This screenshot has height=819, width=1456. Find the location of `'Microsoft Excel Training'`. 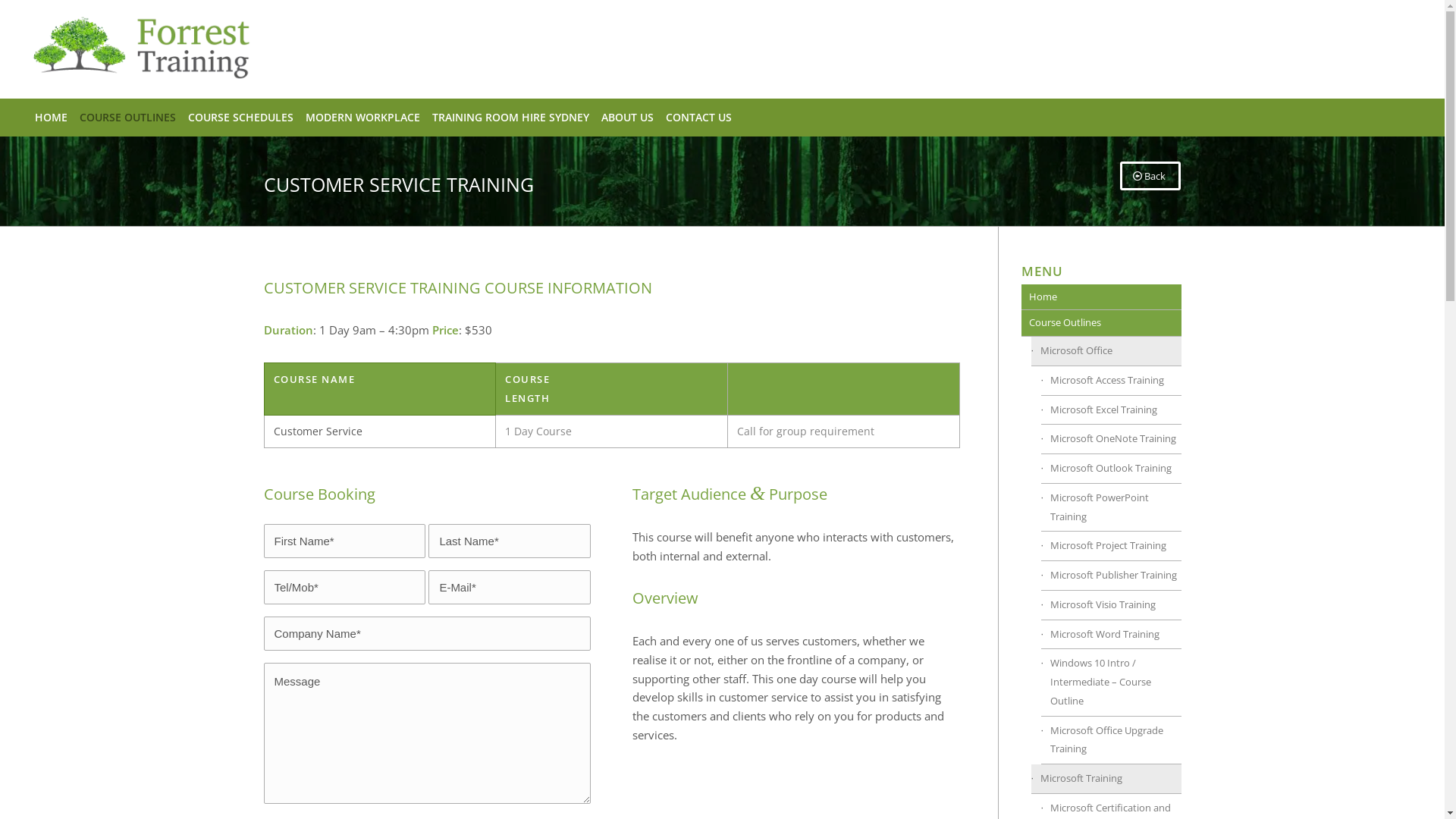

'Microsoft Excel Training' is located at coordinates (1040, 410).